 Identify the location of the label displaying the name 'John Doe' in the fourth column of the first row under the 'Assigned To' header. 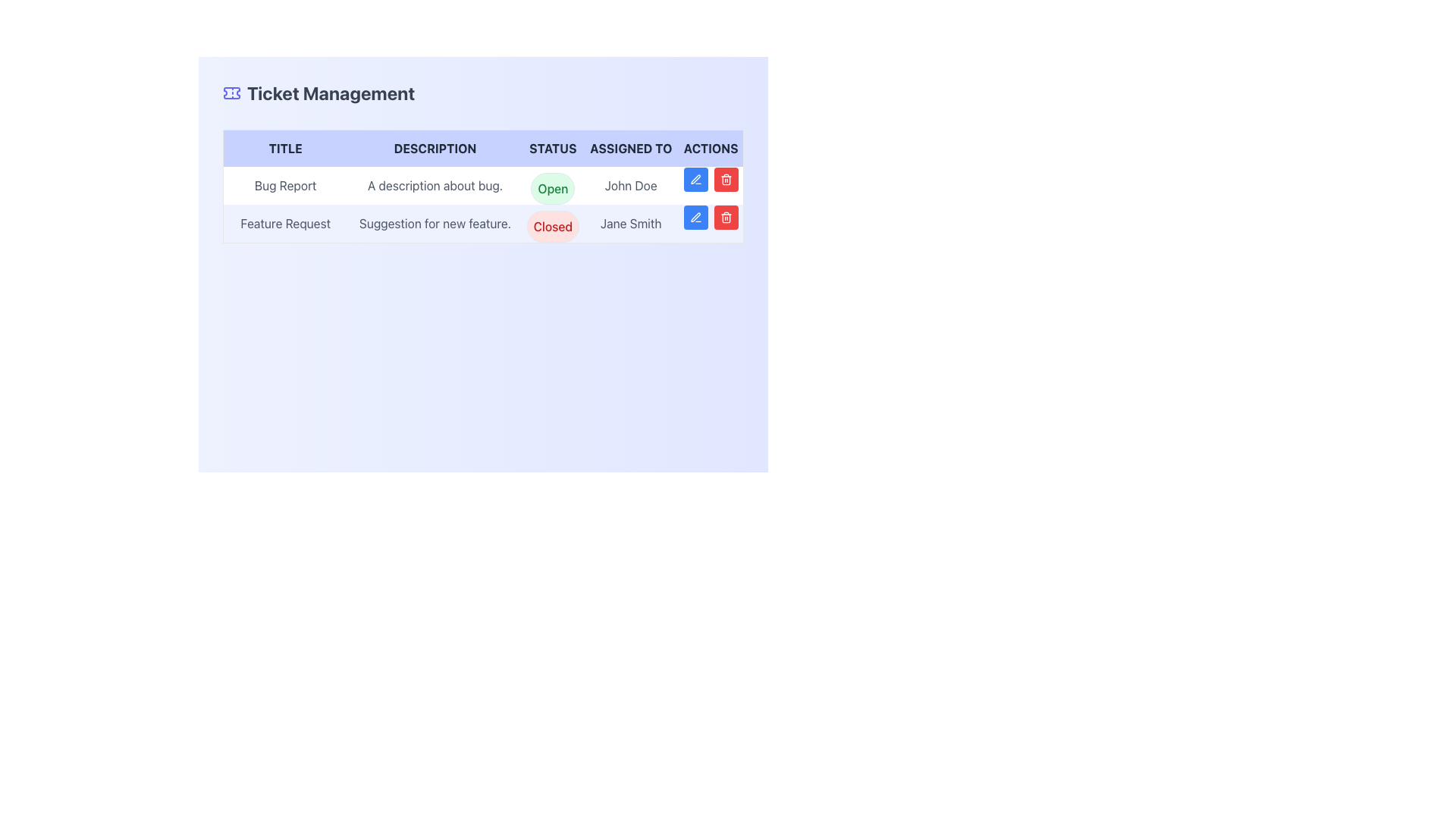
(631, 184).